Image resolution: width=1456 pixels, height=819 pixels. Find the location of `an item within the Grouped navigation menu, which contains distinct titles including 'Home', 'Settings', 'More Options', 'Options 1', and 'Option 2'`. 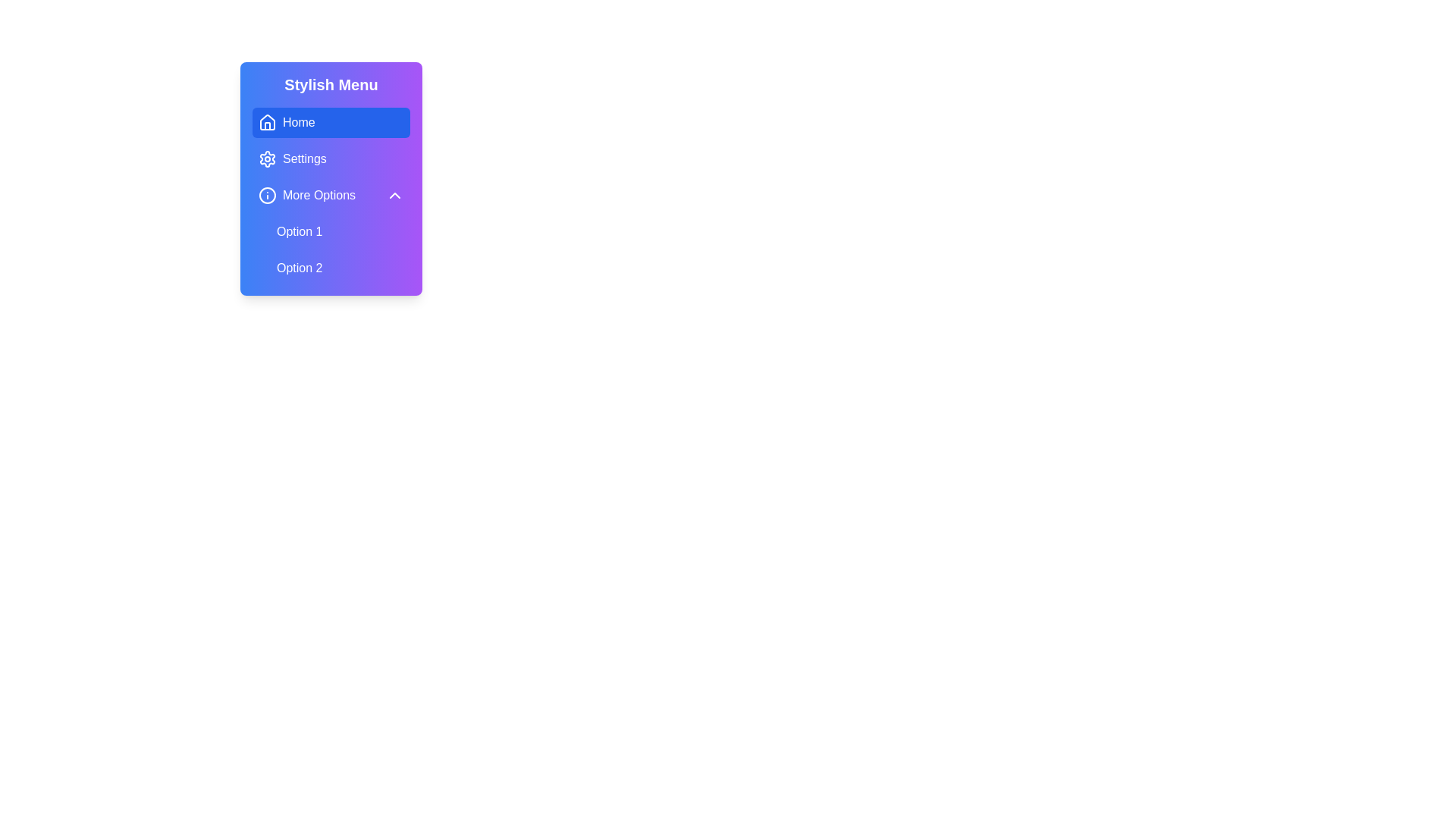

an item within the Grouped navigation menu, which contains distinct titles including 'Home', 'Settings', 'More Options', 'Options 1', and 'Option 2' is located at coordinates (330, 195).